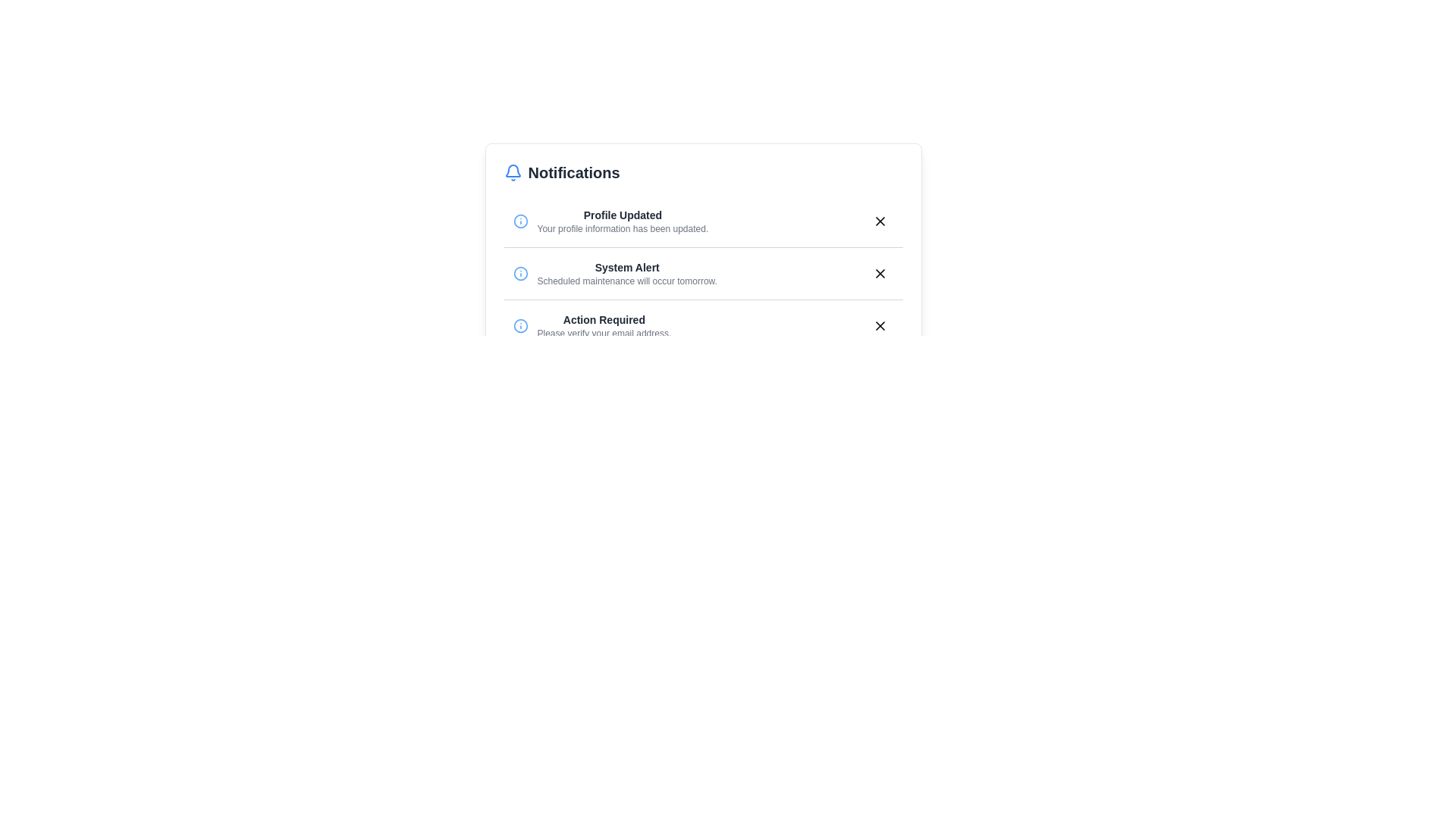  What do you see at coordinates (880, 221) in the screenshot?
I see `the 'X' close button located at the top-right corner of the 'Profile Updated' notification box` at bounding box center [880, 221].